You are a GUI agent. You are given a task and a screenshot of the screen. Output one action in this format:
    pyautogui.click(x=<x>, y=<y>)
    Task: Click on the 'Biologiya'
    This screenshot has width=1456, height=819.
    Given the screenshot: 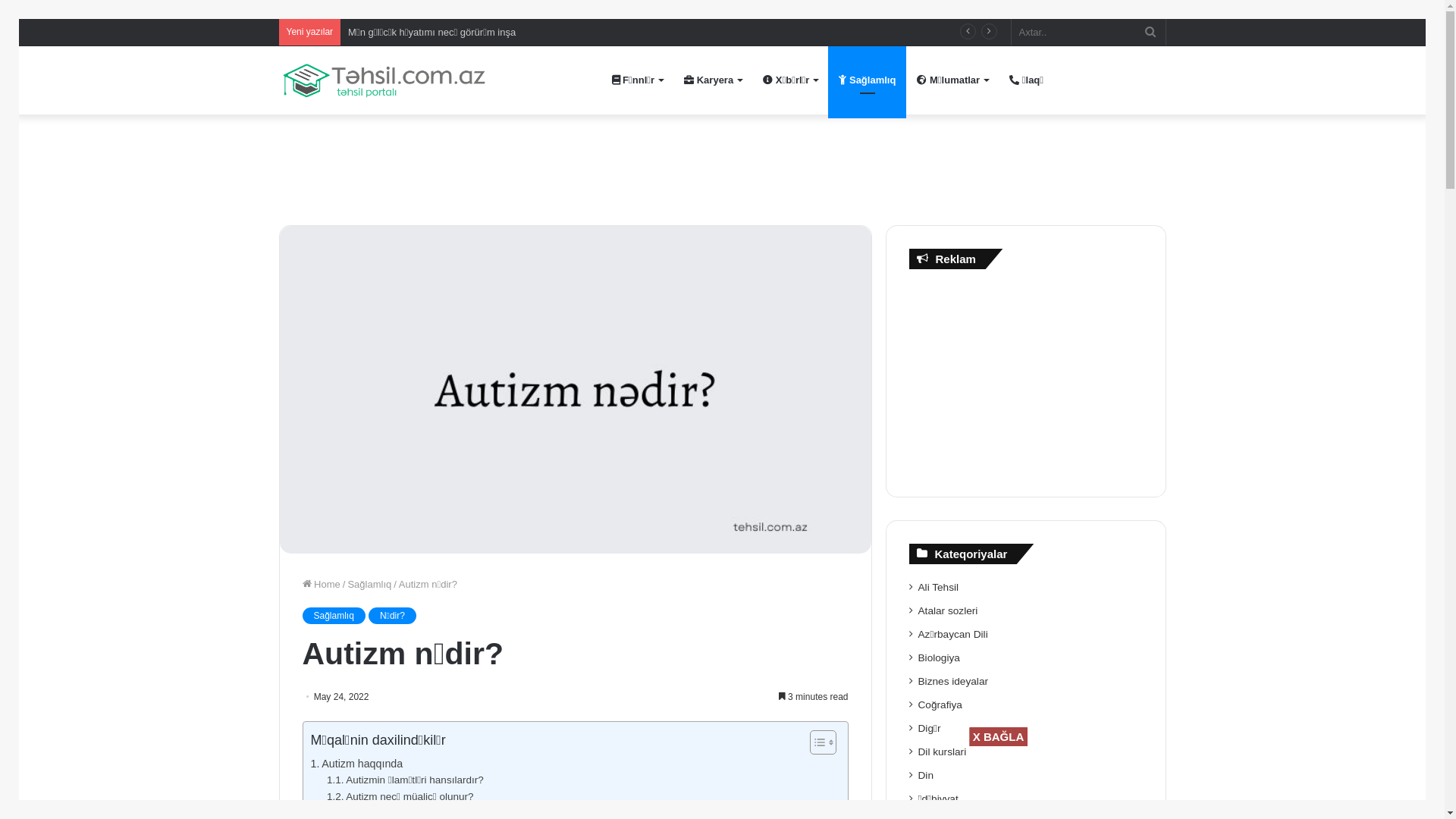 What is the action you would take?
    pyautogui.click(x=938, y=657)
    